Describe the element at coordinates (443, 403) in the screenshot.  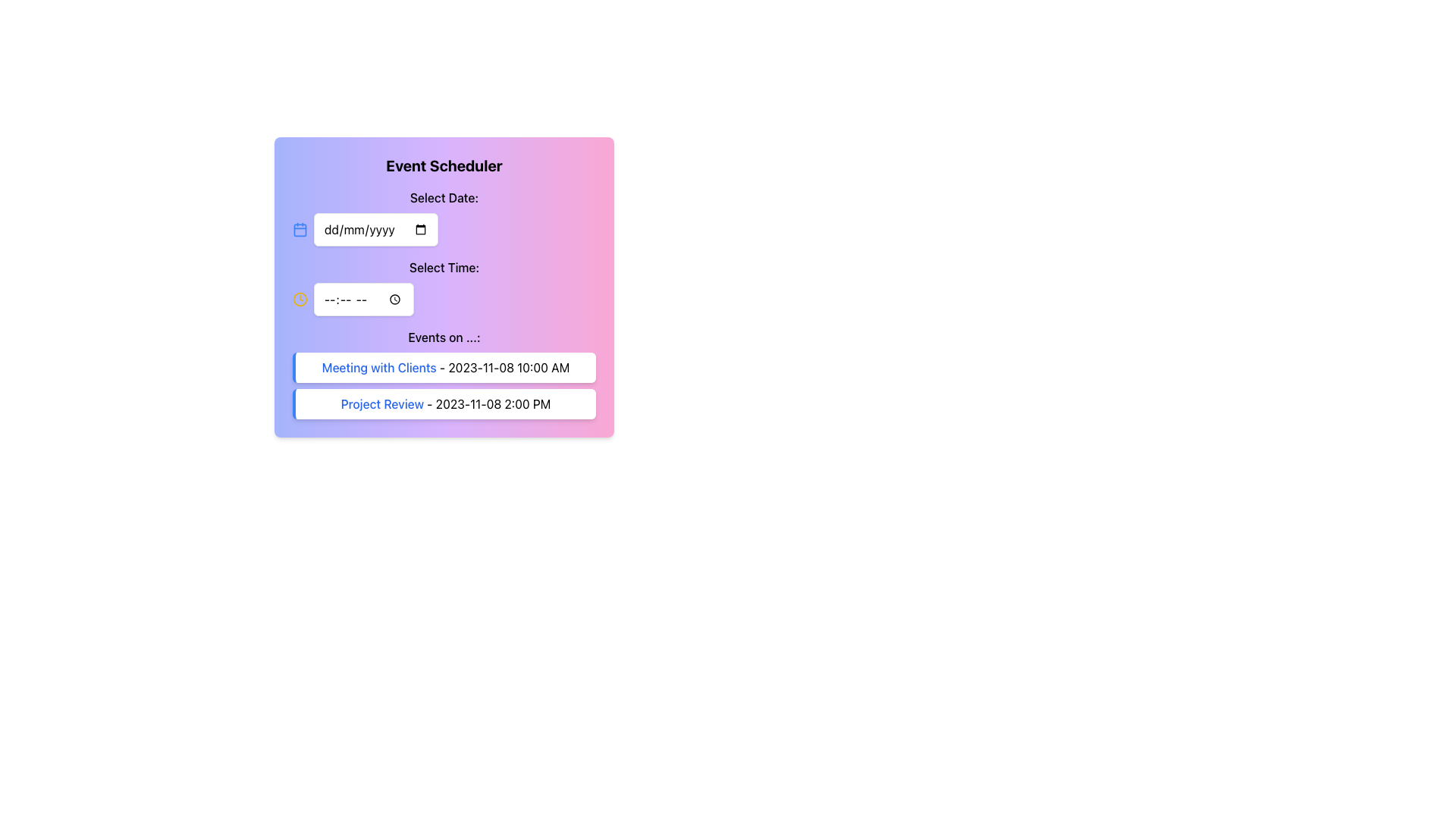
I see `the text display block that presents the scheduled event titled 'Project Review', located centrally below 'Meeting with Clients - 2023-11-08 10:00 AM'` at that location.